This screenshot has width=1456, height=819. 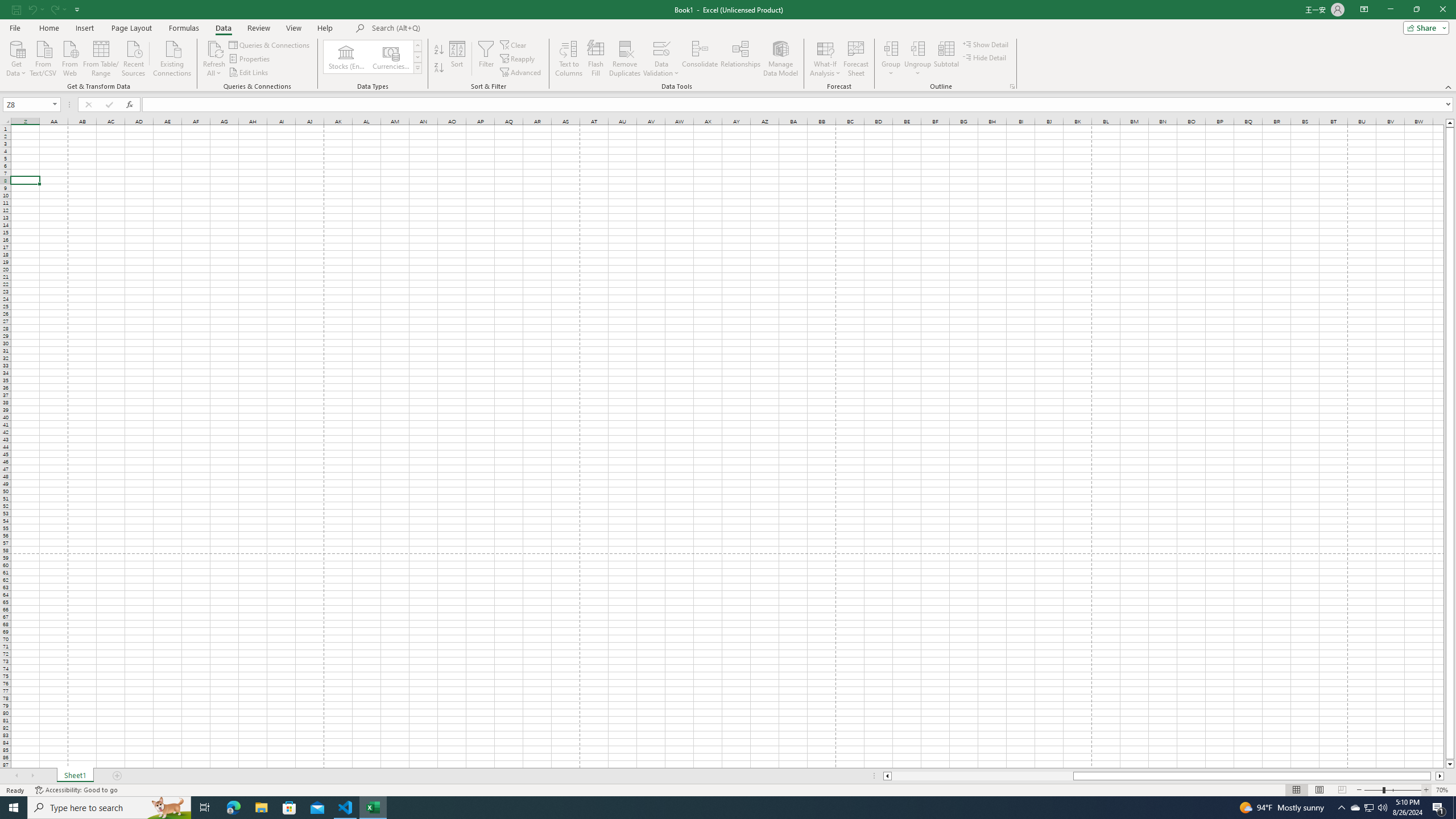 I want to click on 'Advanced...', so click(x=521, y=72).